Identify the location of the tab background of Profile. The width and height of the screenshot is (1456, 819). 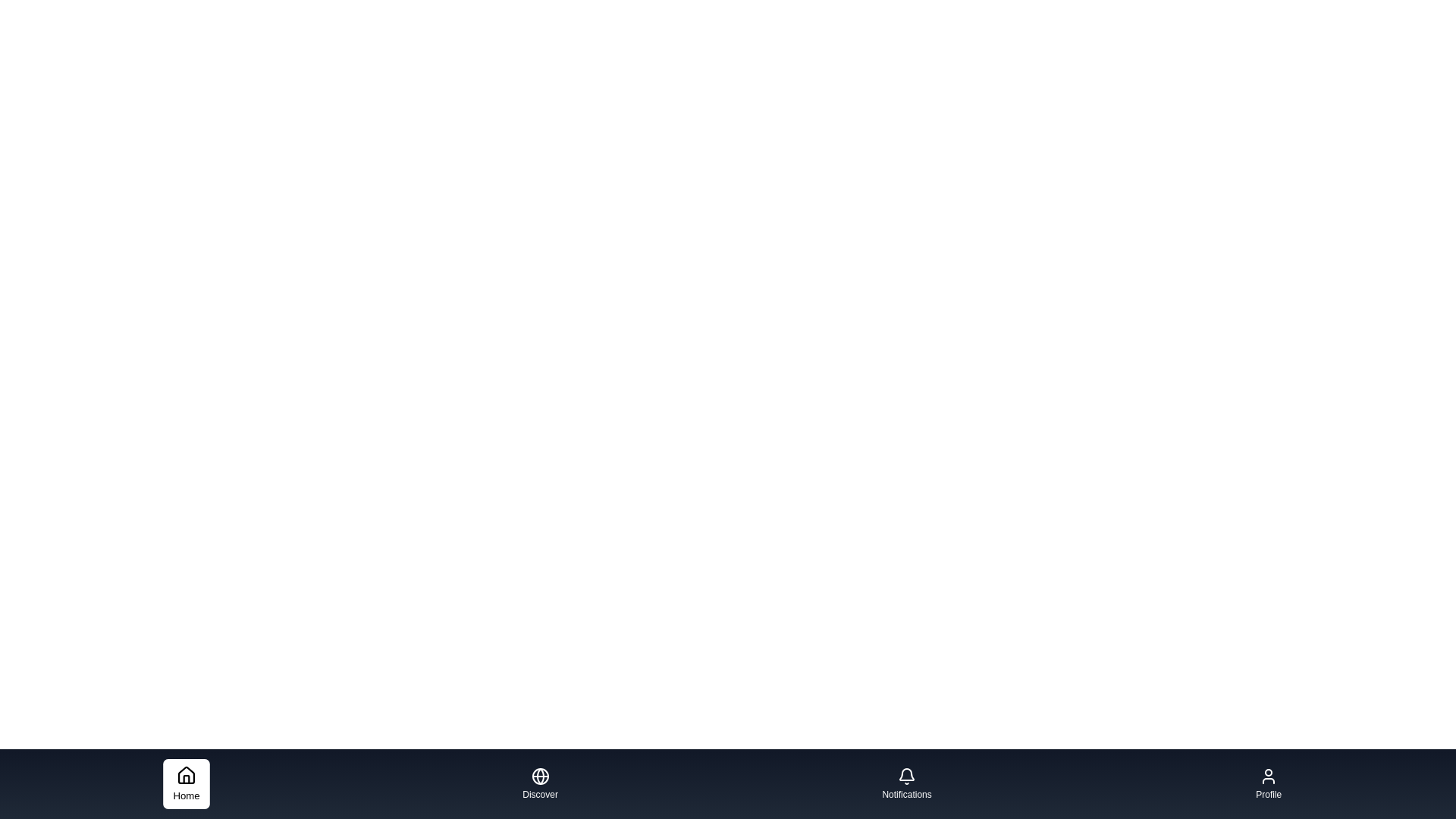
(1269, 783).